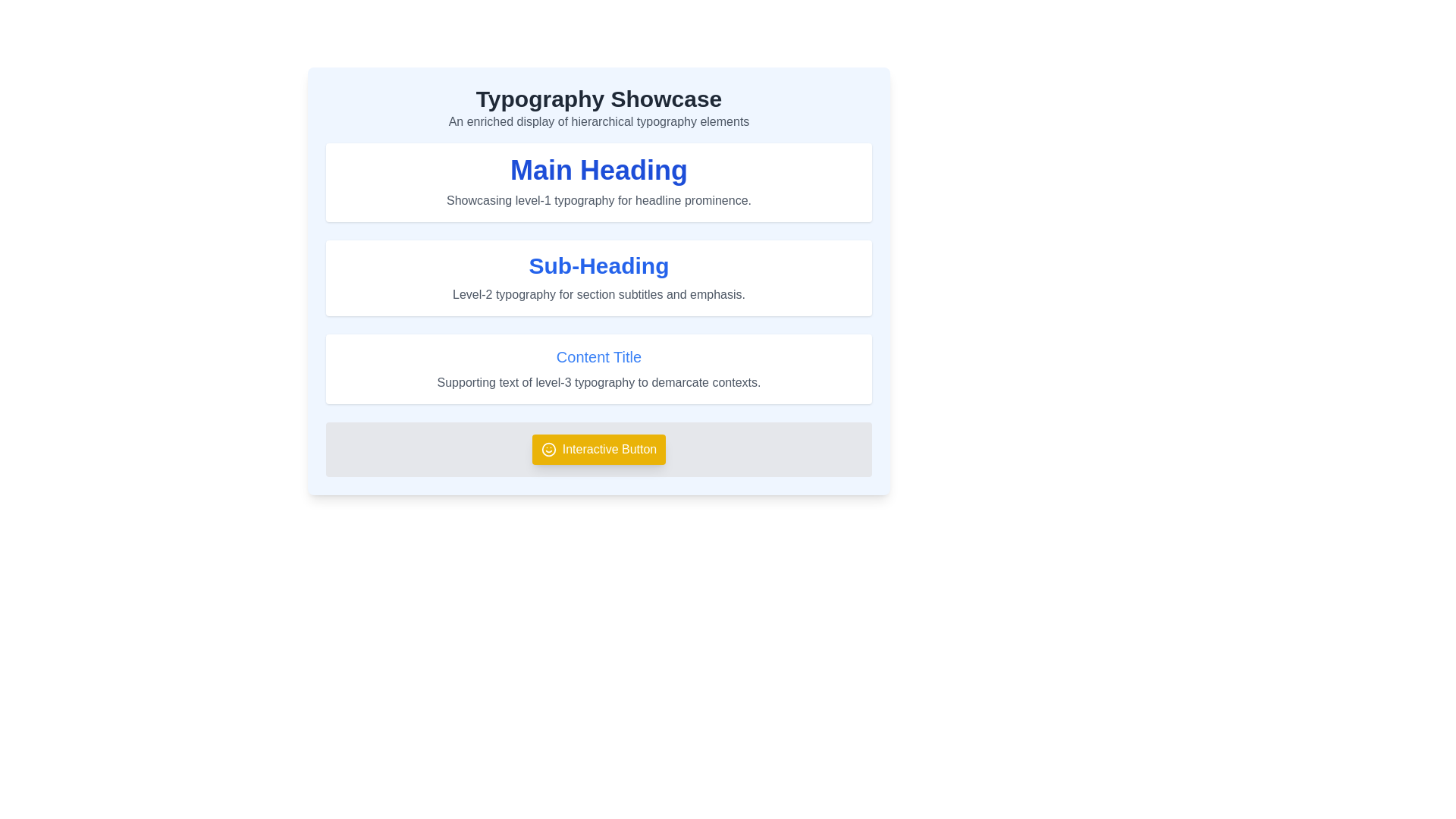 This screenshot has height=819, width=1456. What do you see at coordinates (598, 121) in the screenshot?
I see `text label that displays 'An enriched display of hierarchical typography elements.' positioned below the heading 'Typography Showcase.'` at bounding box center [598, 121].